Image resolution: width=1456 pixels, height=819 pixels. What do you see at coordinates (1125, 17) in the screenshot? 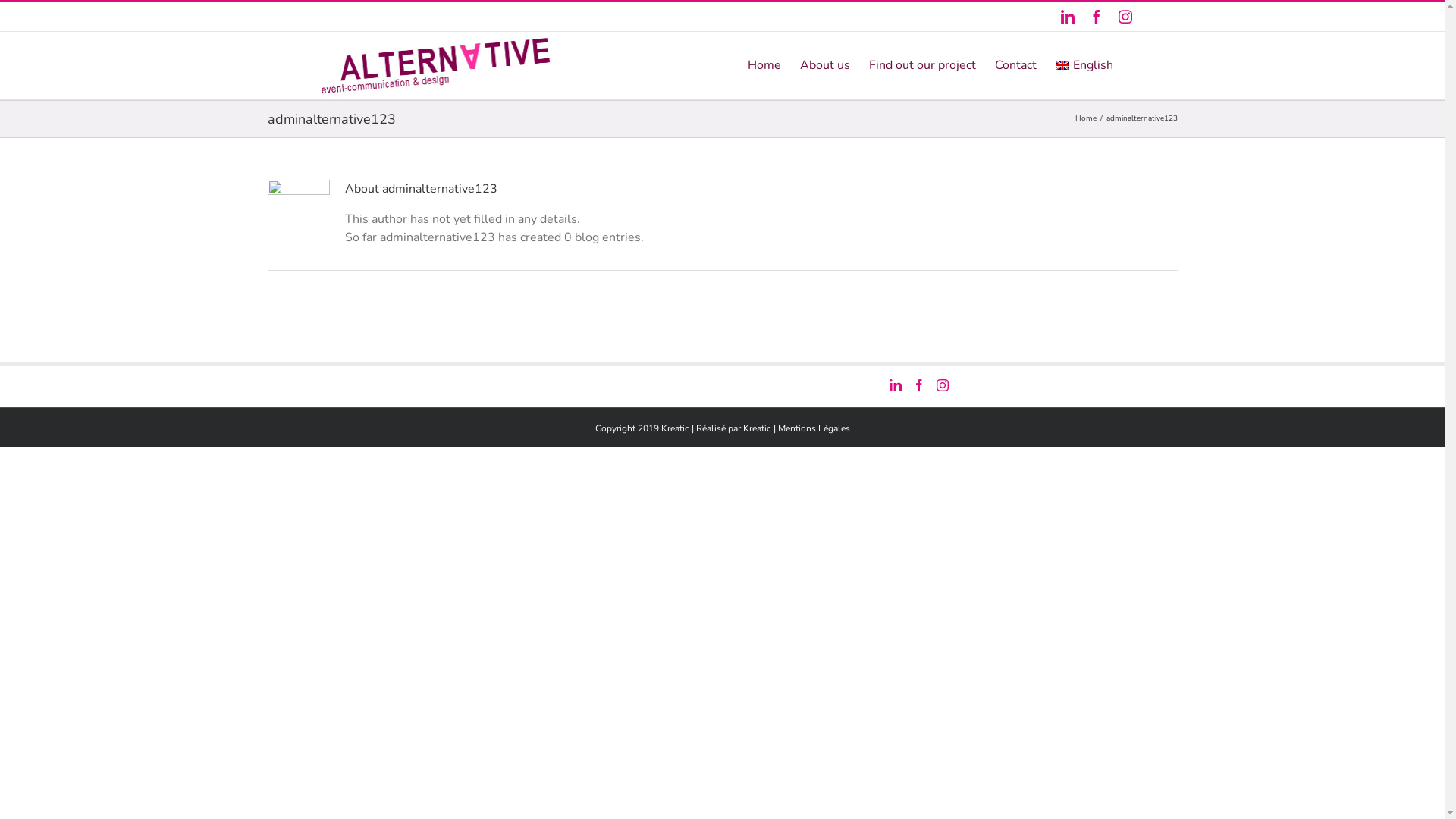
I see `'Instagram'` at bounding box center [1125, 17].